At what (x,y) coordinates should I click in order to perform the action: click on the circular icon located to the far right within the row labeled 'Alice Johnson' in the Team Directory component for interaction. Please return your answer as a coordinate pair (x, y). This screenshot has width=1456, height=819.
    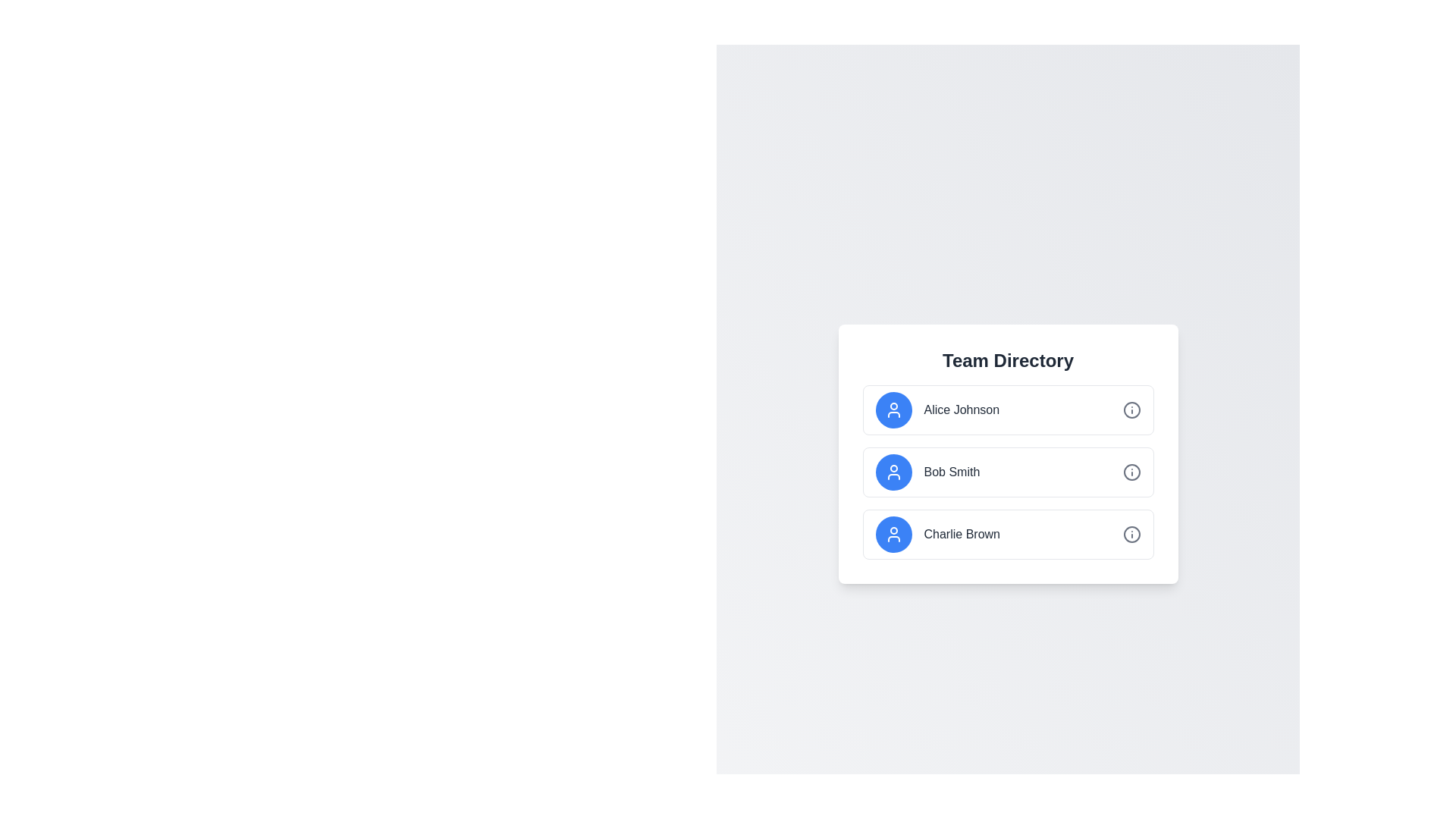
    Looking at the image, I should click on (1131, 409).